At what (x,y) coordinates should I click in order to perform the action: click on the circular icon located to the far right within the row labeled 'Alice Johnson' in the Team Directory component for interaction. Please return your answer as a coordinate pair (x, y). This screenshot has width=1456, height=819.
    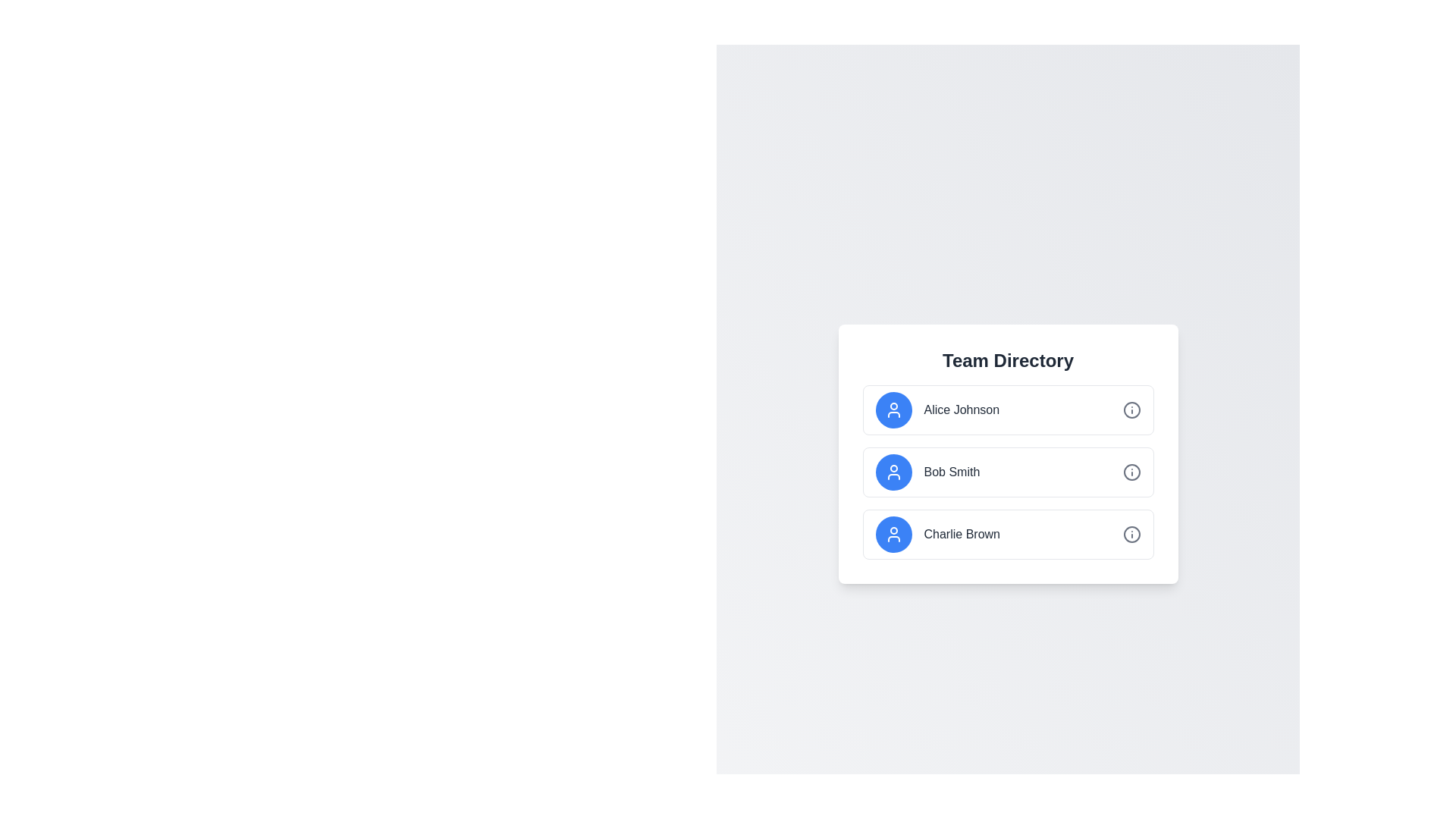
    Looking at the image, I should click on (1131, 409).